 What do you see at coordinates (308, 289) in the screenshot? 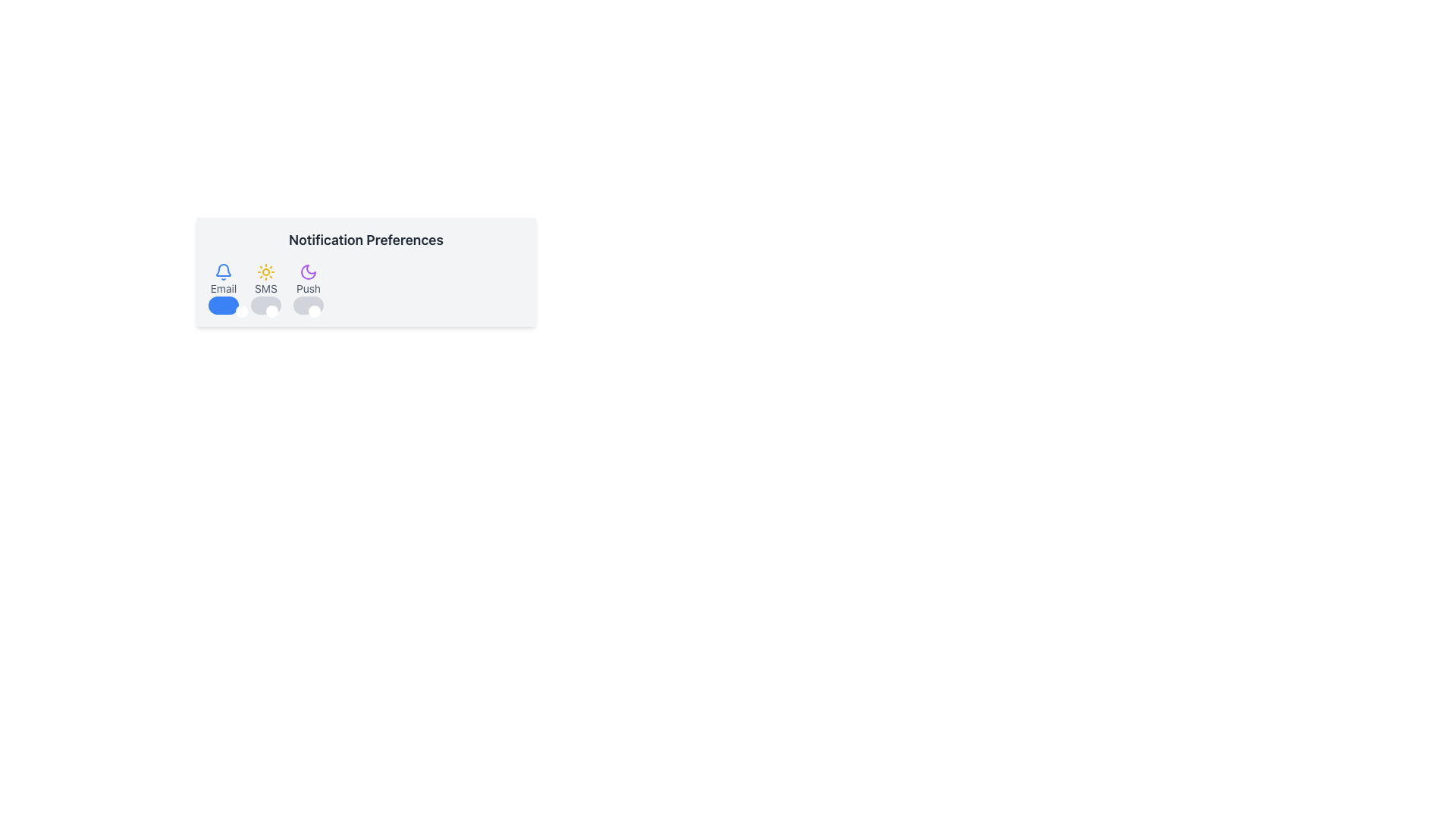
I see `the toggle switch for push notifications in the 'Notification Preferences' section` at bounding box center [308, 289].